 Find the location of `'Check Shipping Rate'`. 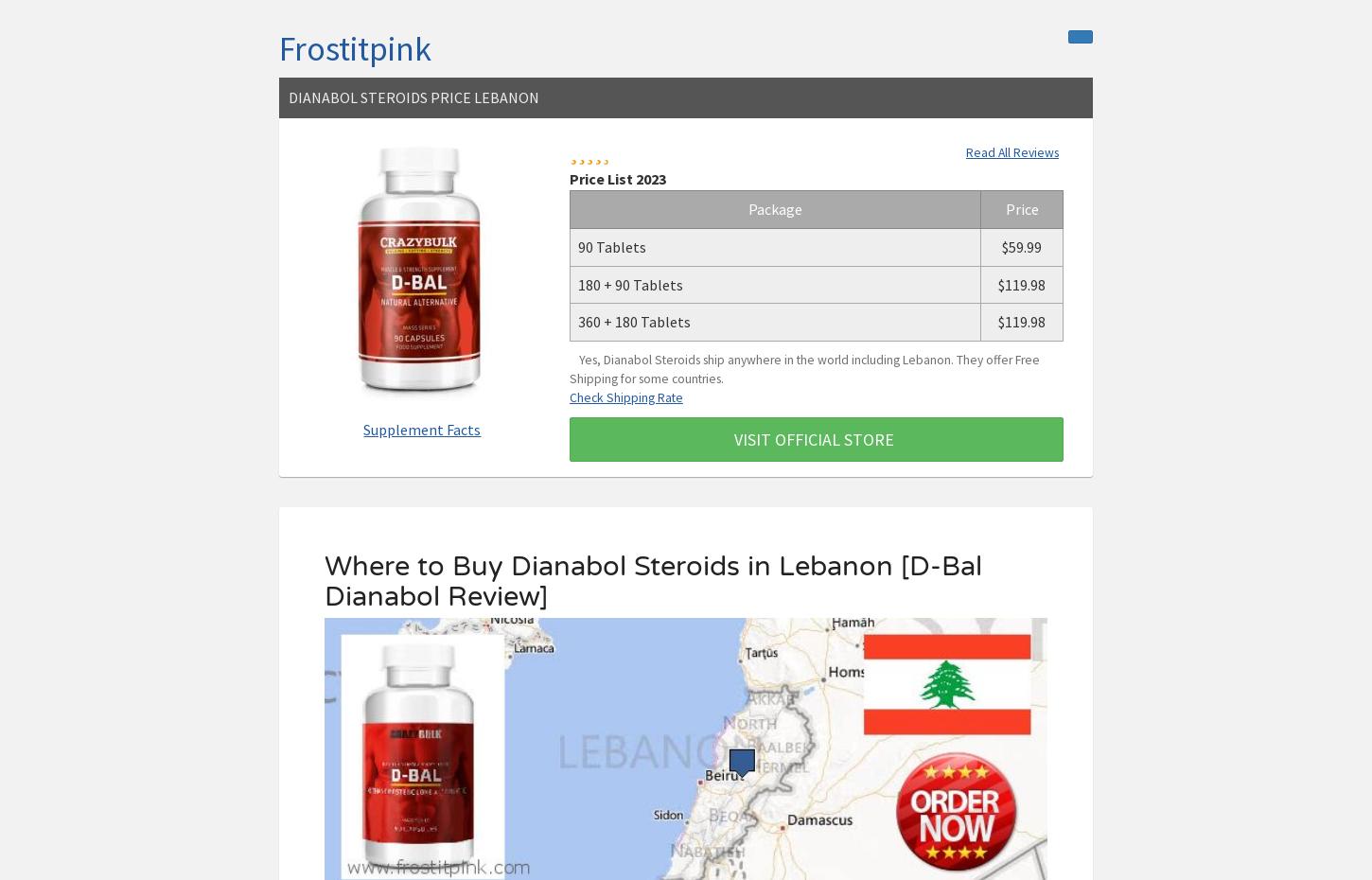

'Check Shipping Rate' is located at coordinates (624, 397).